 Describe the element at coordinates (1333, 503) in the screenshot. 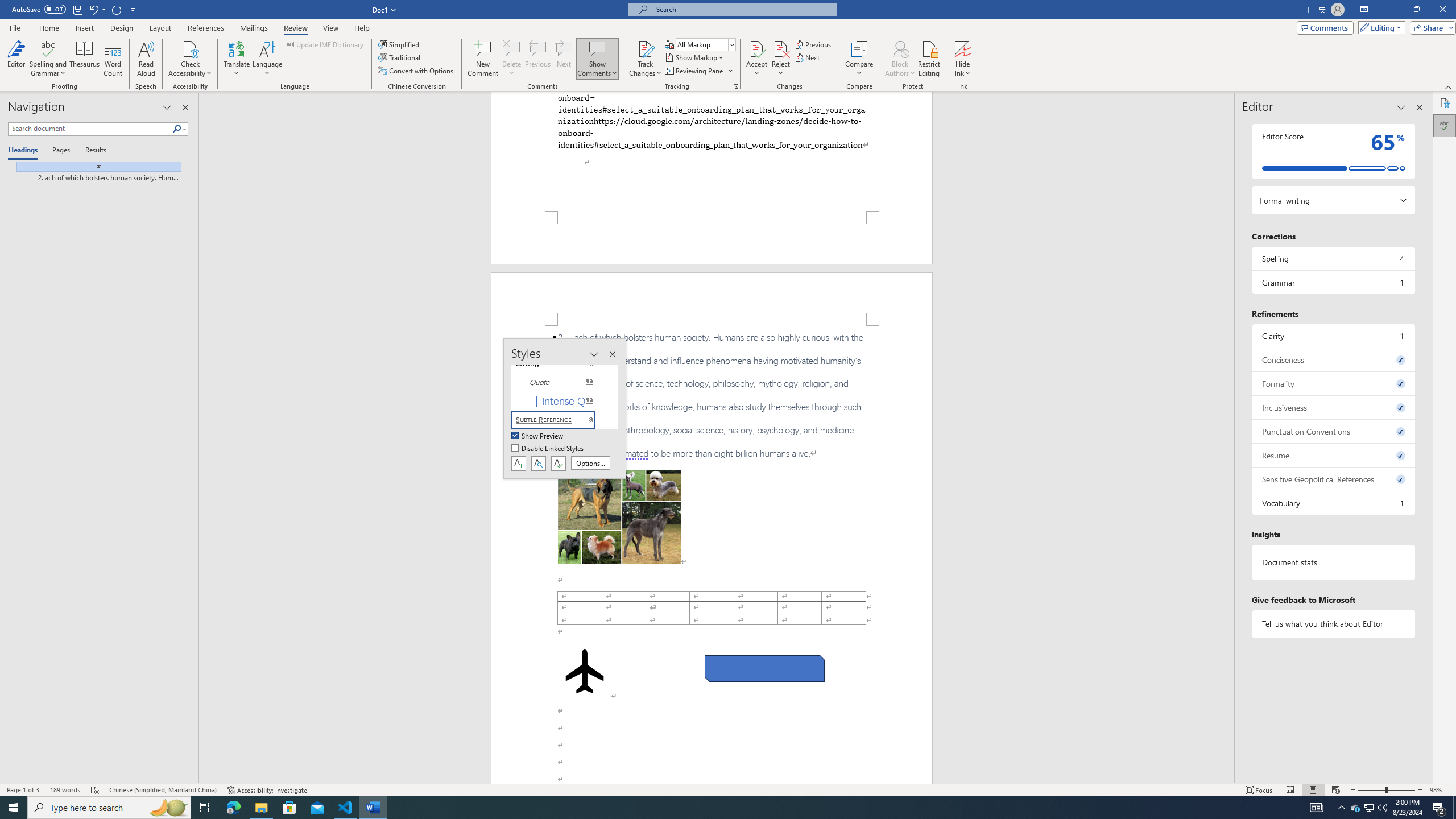

I see `'Vocabulary, 1 issue. Press space or enter to review items.'` at that location.